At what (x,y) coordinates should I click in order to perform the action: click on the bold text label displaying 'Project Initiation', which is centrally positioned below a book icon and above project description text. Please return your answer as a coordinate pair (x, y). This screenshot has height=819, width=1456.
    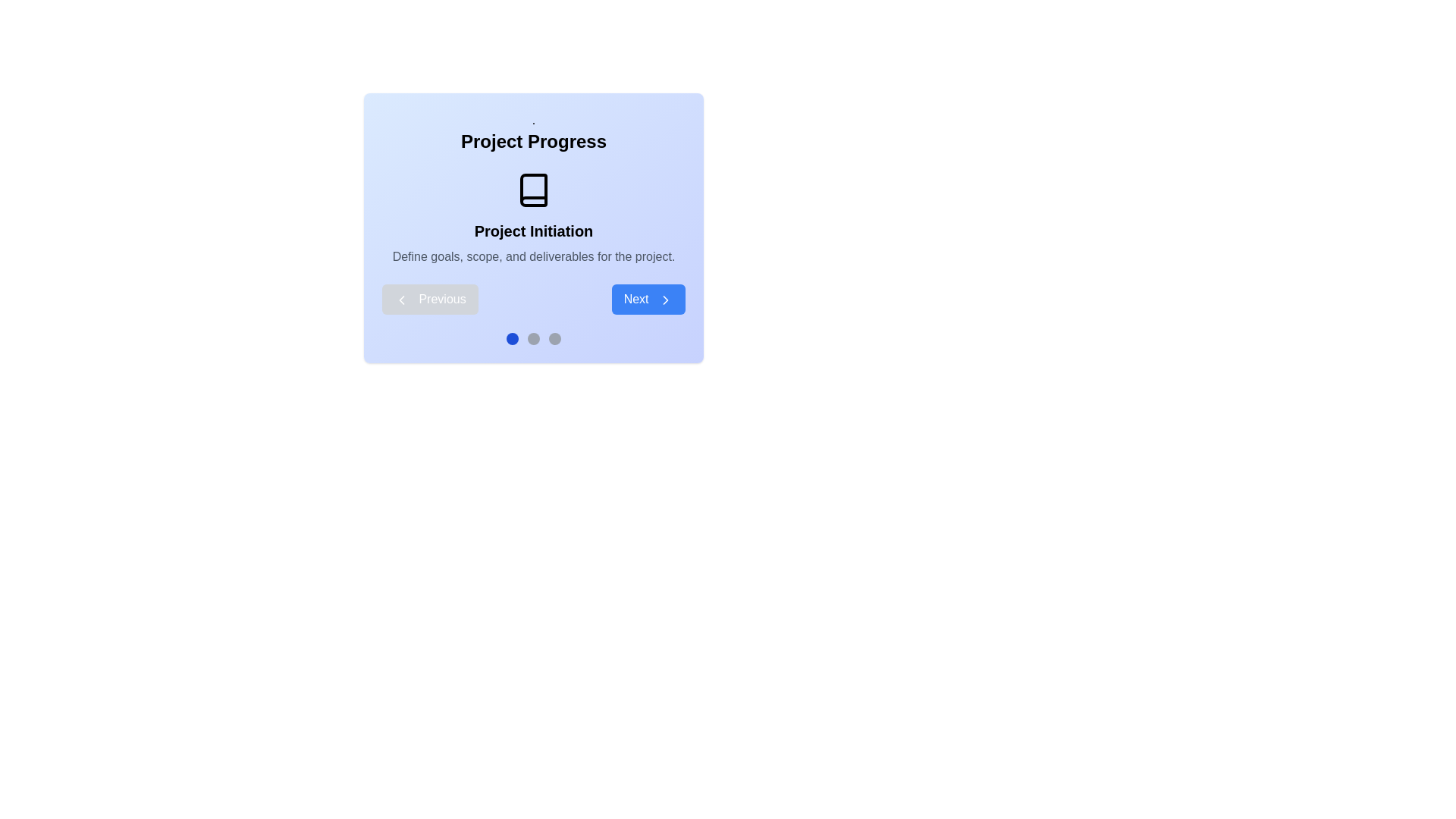
    Looking at the image, I should click on (534, 231).